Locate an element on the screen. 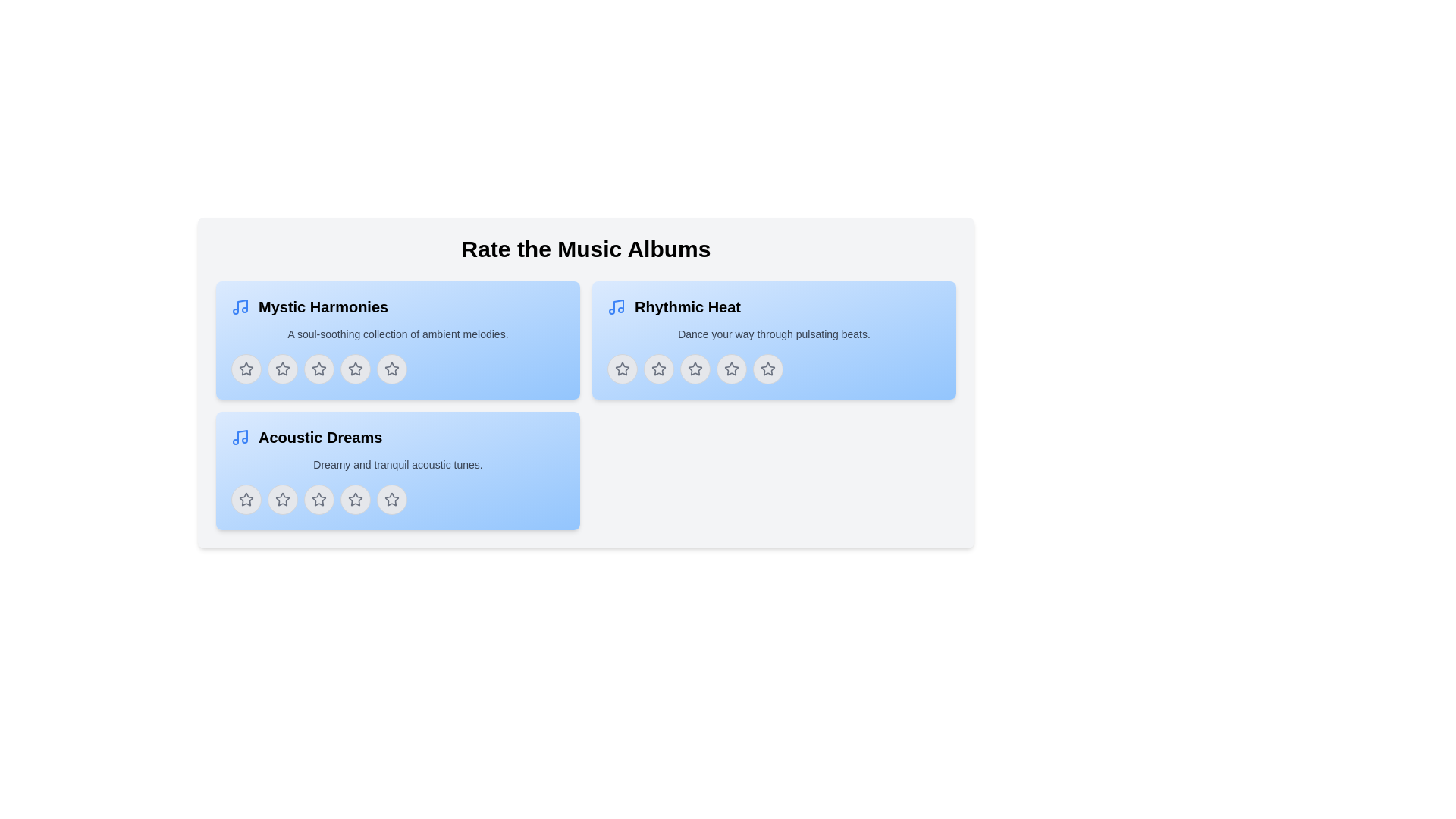 The width and height of the screenshot is (1456, 819). the fifth star button in the horizontal group of five within the 'Mystic Harmonies' card is located at coordinates (397, 369).